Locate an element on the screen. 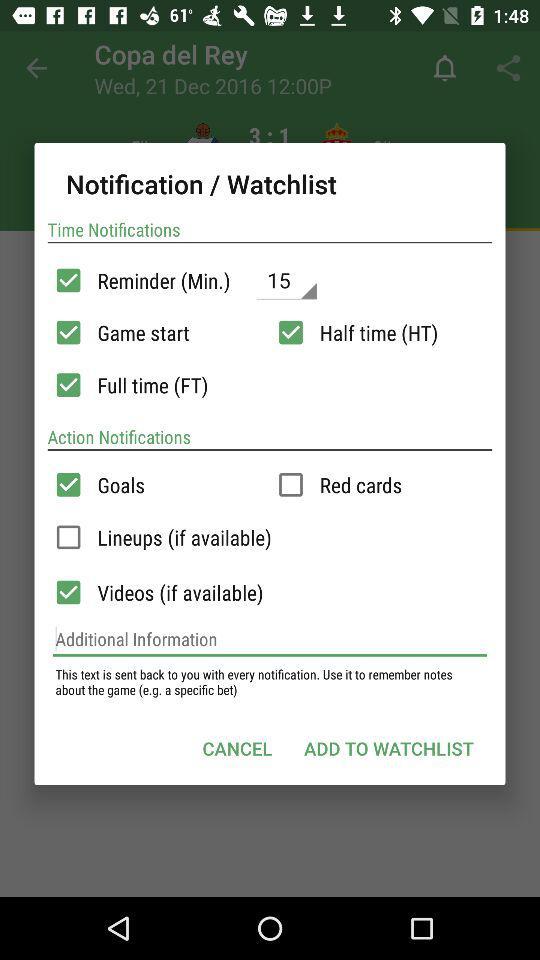  turn off game start notification is located at coordinates (67, 332).